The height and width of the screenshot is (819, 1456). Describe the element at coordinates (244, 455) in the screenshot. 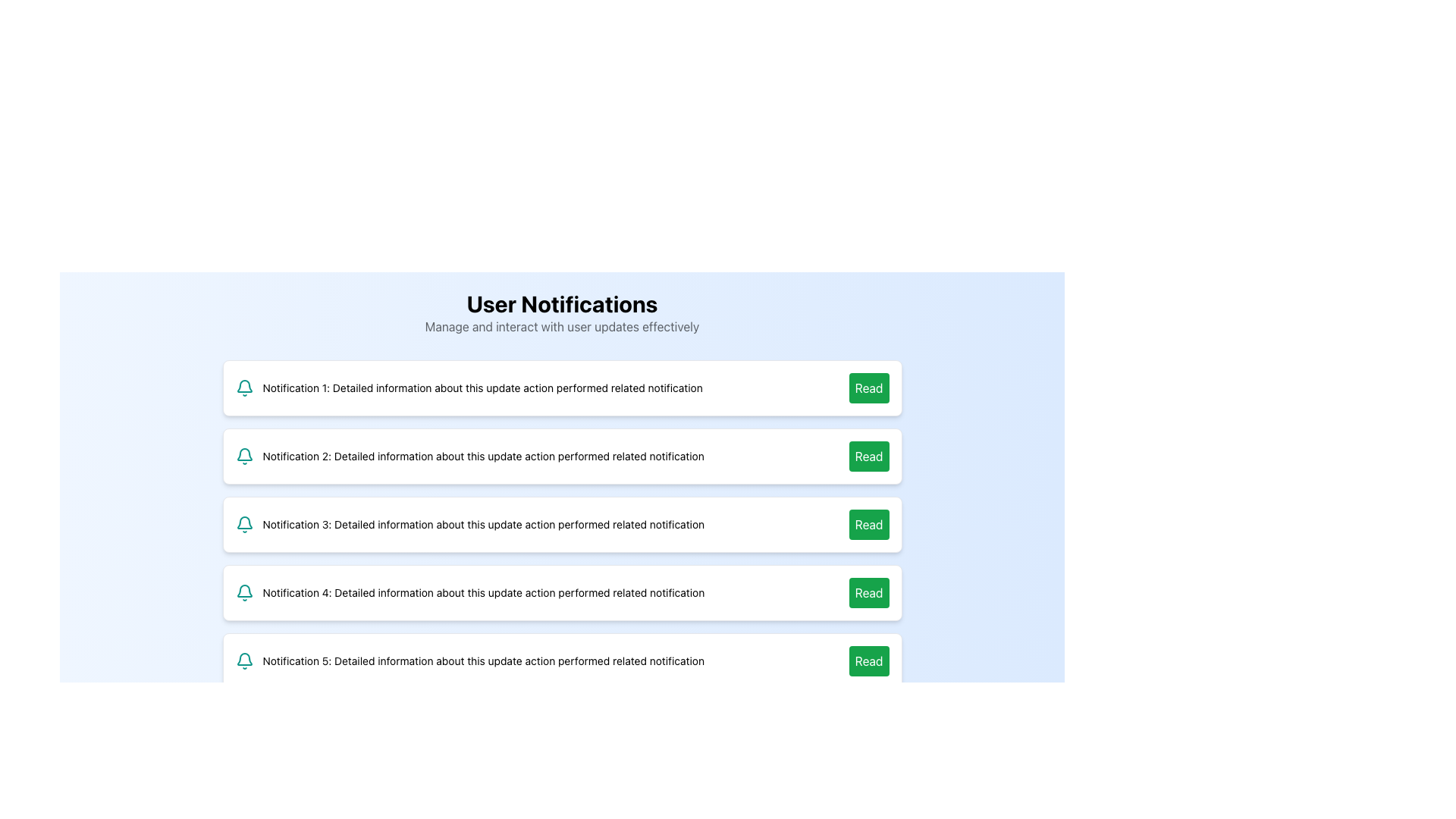

I see `the notification indicator icon located at the start of the second notification entry that begins with 'Notification 2:'` at that location.